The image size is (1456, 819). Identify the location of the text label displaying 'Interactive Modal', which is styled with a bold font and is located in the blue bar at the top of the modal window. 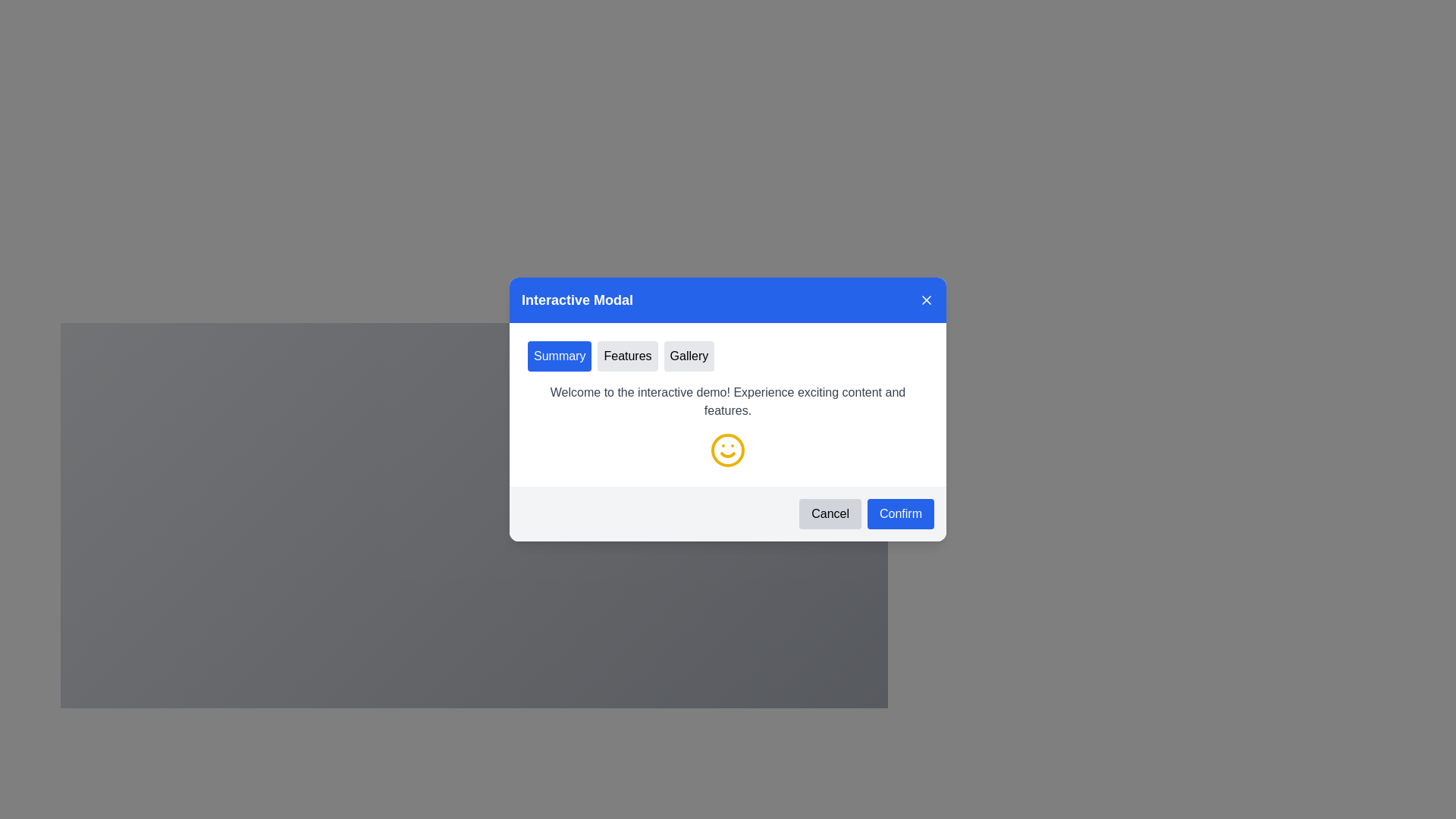
(576, 300).